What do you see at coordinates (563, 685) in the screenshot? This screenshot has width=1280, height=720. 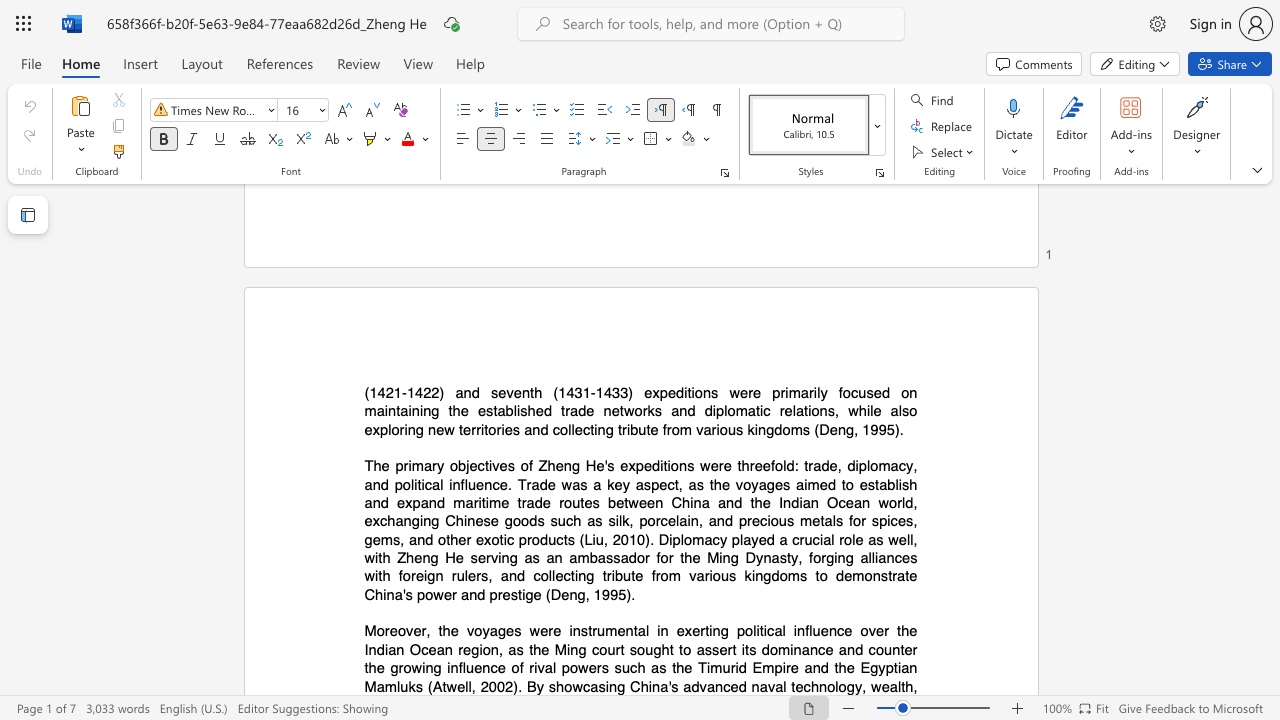 I see `the subset text "owcasing" within the text "showcasing"` at bounding box center [563, 685].